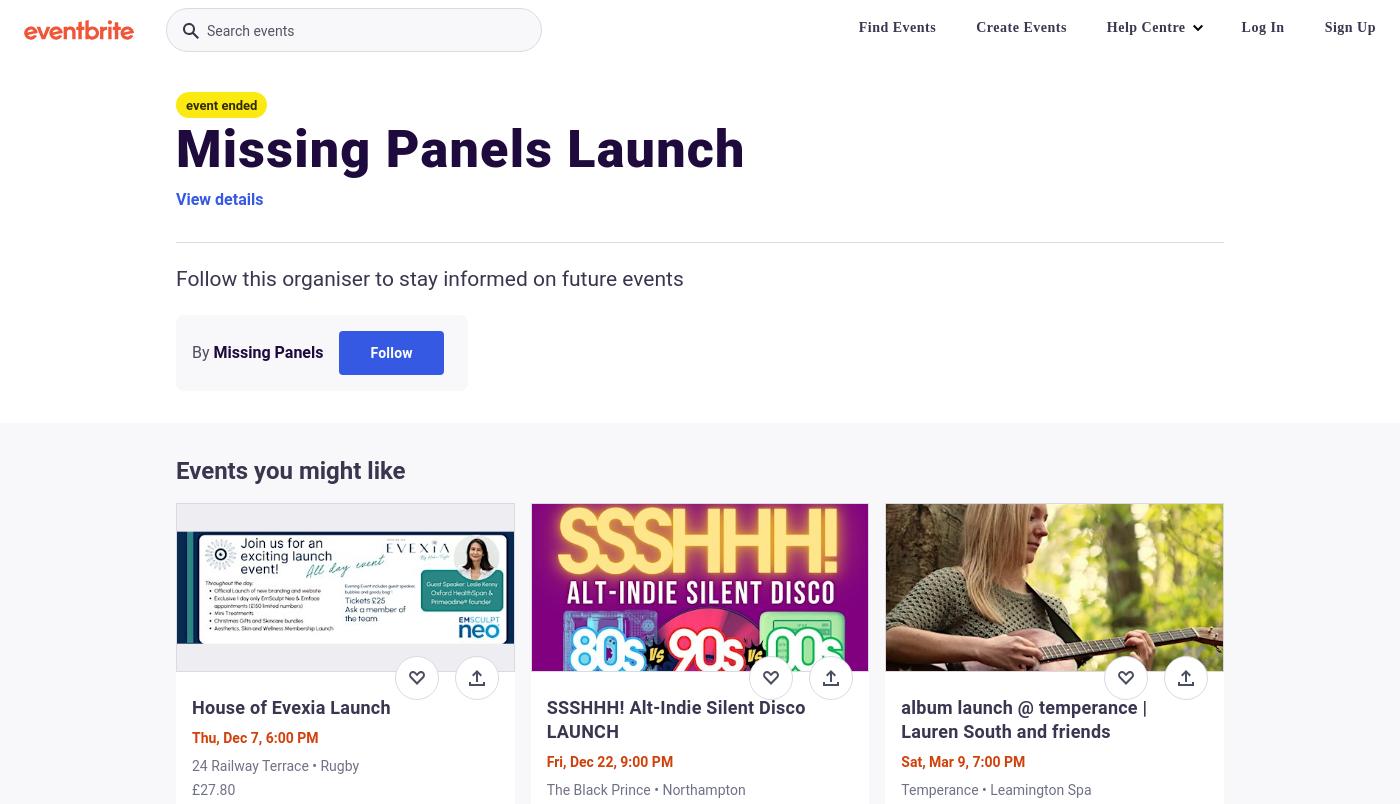  Describe the element at coordinates (1021, 27) in the screenshot. I see `'Create Events'` at that location.